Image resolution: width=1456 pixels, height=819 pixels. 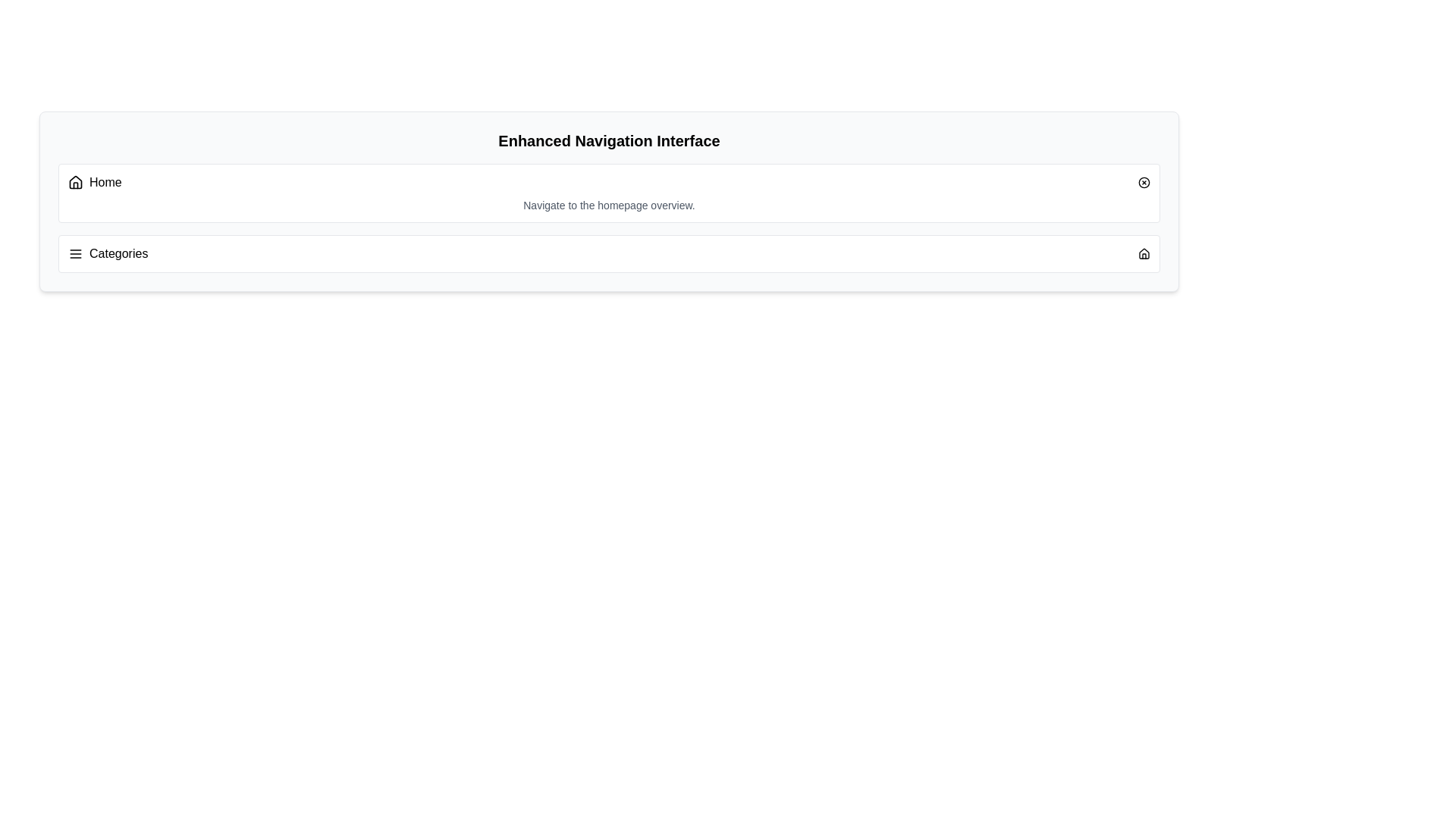 I want to click on the text label displaying 'Categories', which is bold and black, positioned next to a vertical menu icon with three horizontal lines, so click(x=118, y=253).